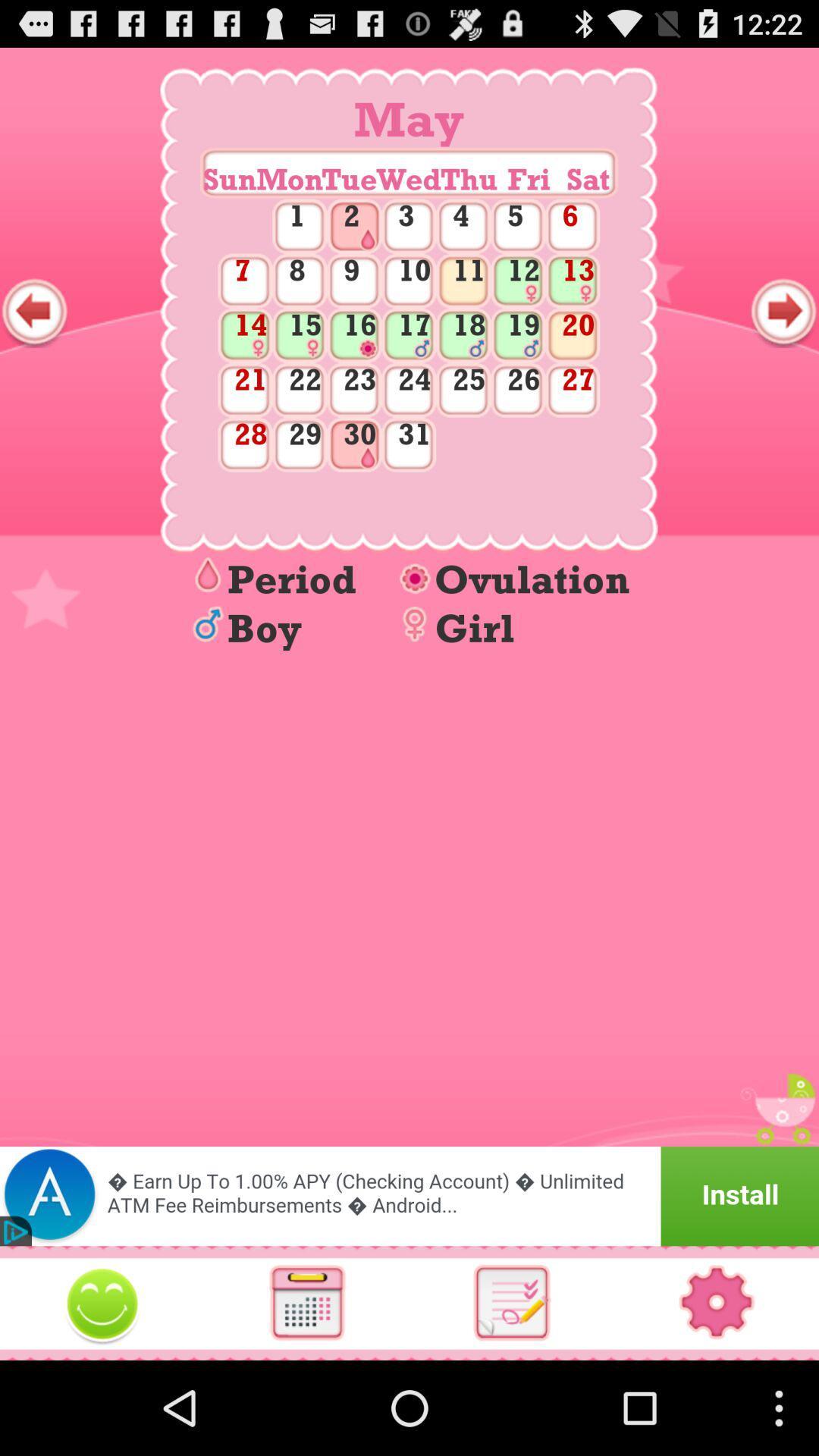 Image resolution: width=819 pixels, height=1456 pixels. What do you see at coordinates (307, 1302) in the screenshot?
I see `calendar` at bounding box center [307, 1302].